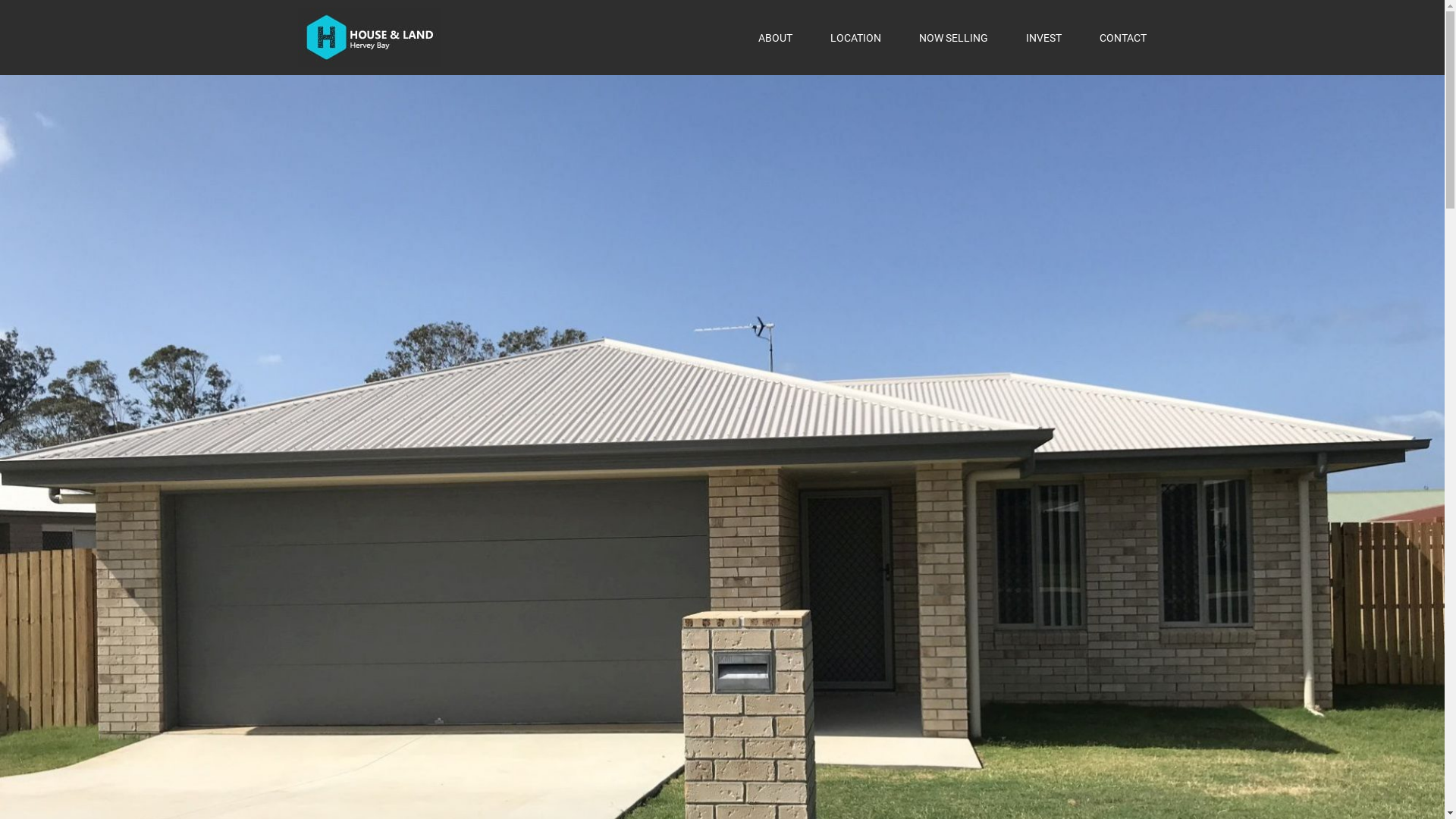 This screenshot has width=1456, height=819. I want to click on 'ABOUT', so click(758, 36).